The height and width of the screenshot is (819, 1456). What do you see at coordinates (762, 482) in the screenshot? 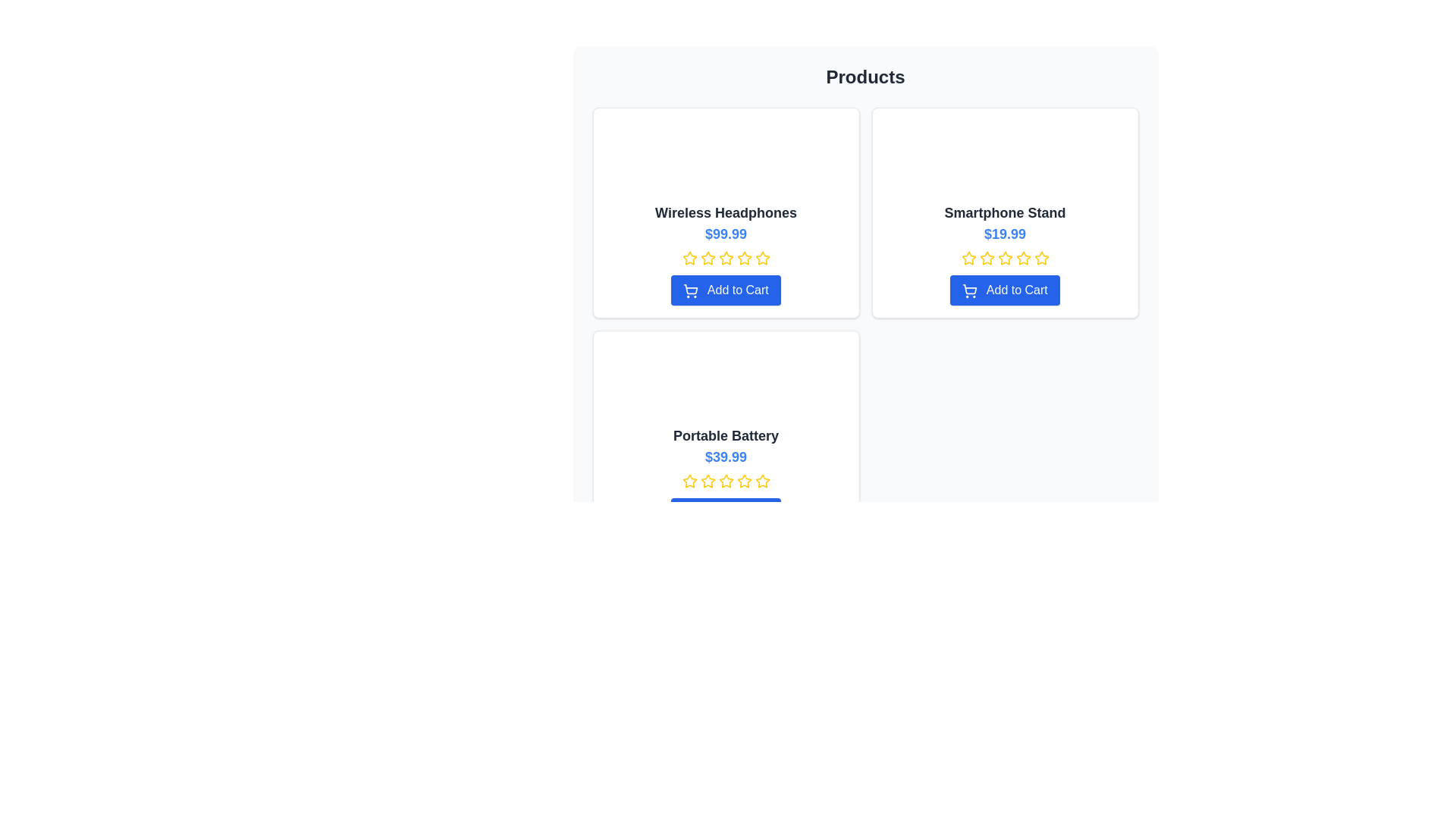
I see `the fifth star in the rating system for the 'Portable Battery' product card to provide visual feedback` at bounding box center [762, 482].